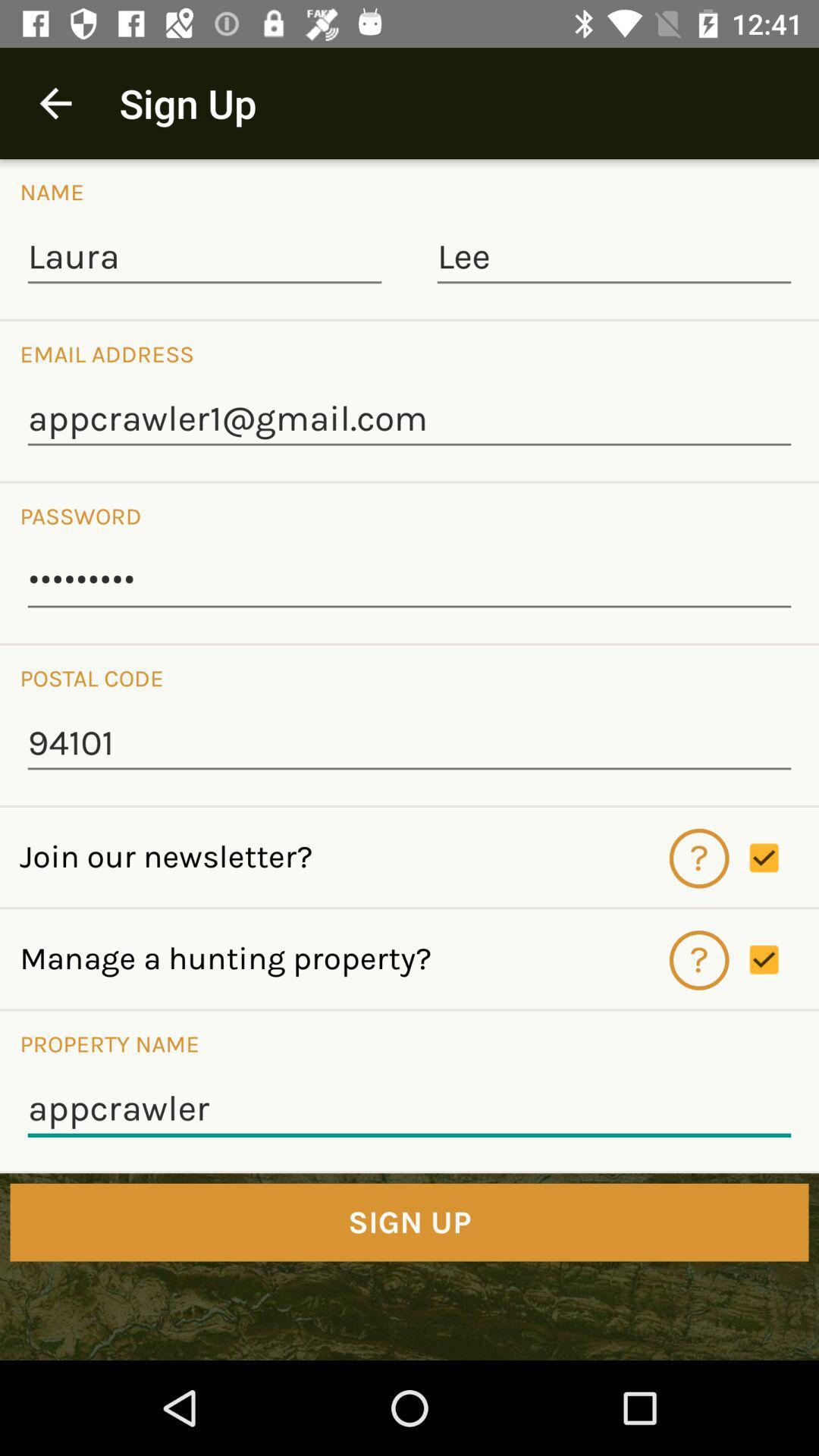 The height and width of the screenshot is (1456, 819). I want to click on manage property, so click(783, 959).